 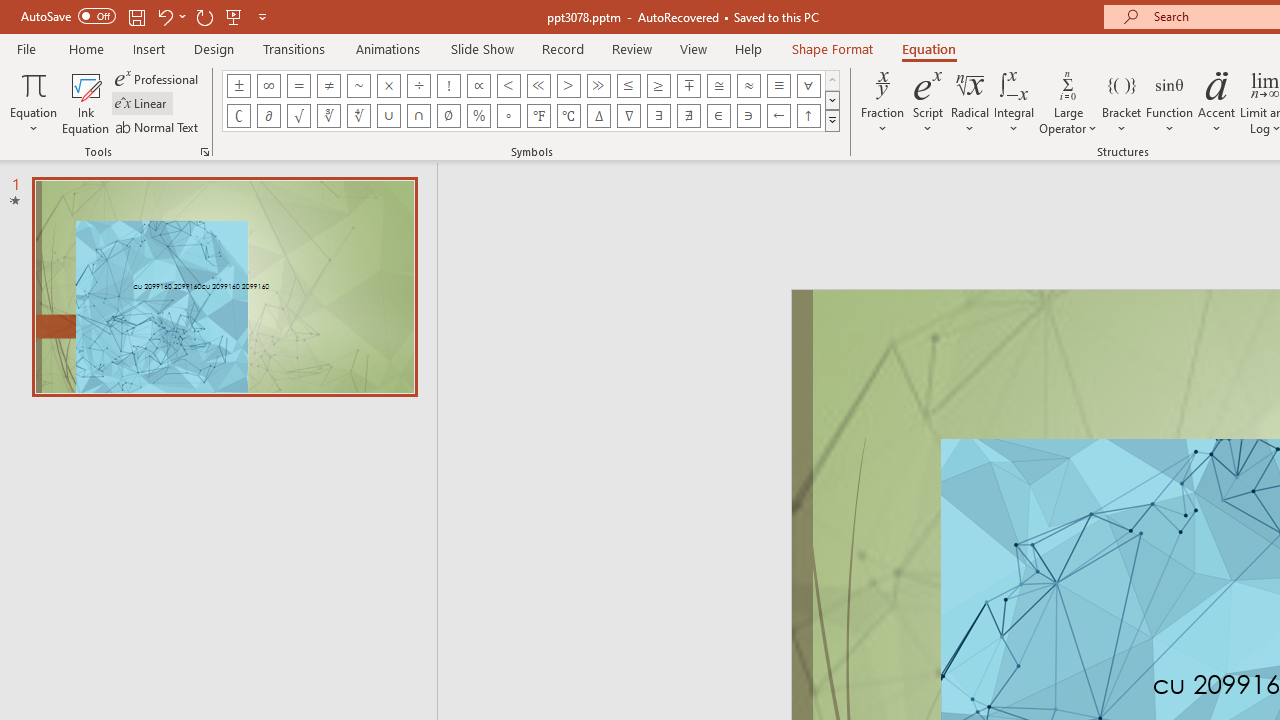 What do you see at coordinates (508, 115) in the screenshot?
I see `'Equation Symbol Degrees'` at bounding box center [508, 115].